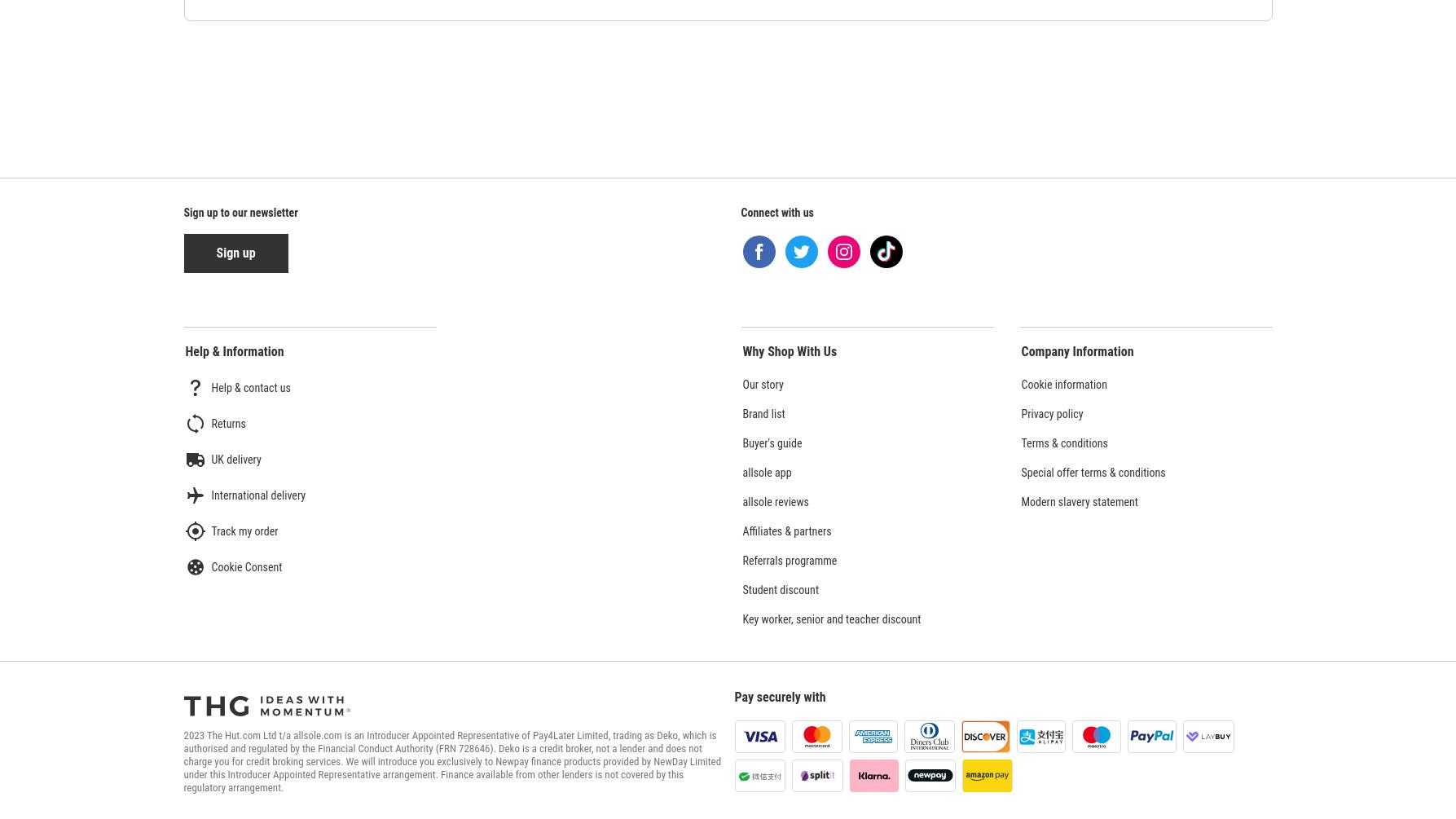 The image size is (1456, 819). Describe the element at coordinates (234, 252) in the screenshot. I see `'Sign up'` at that location.